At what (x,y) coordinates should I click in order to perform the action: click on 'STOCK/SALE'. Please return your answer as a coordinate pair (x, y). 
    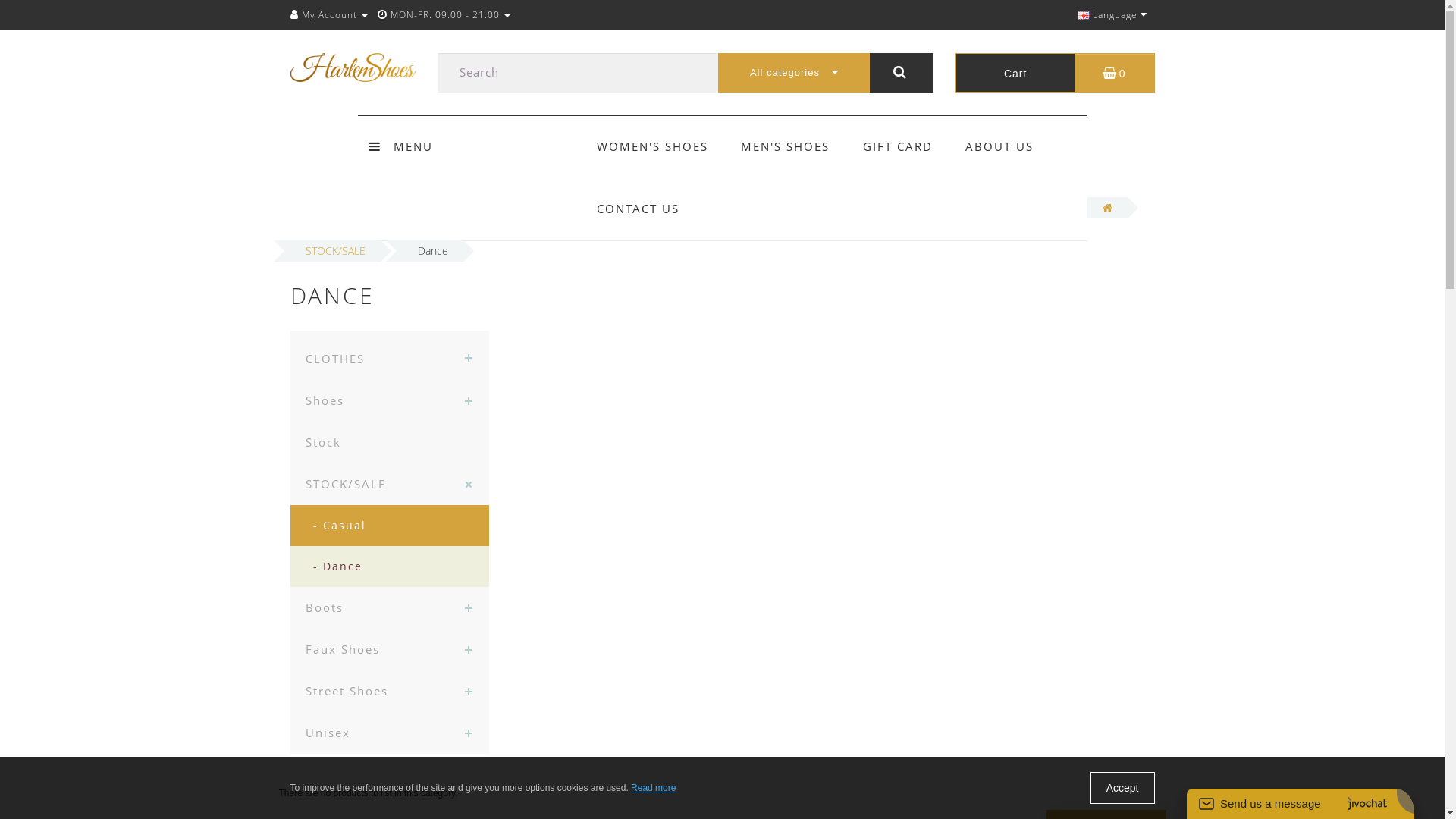
    Looking at the image, I should click on (389, 484).